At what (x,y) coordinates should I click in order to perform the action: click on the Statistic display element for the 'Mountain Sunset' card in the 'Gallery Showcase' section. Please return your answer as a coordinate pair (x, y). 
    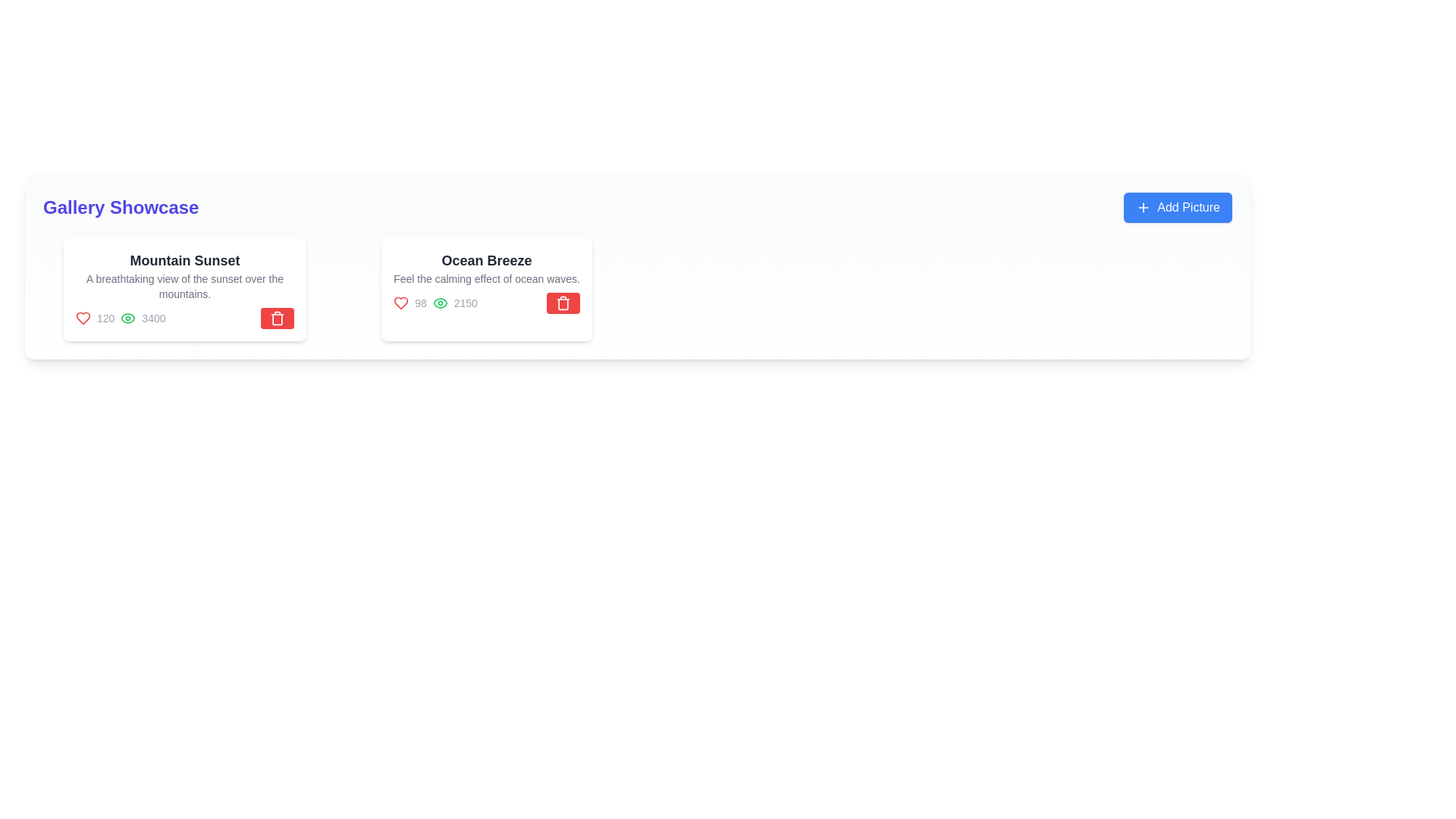
    Looking at the image, I should click on (120, 318).